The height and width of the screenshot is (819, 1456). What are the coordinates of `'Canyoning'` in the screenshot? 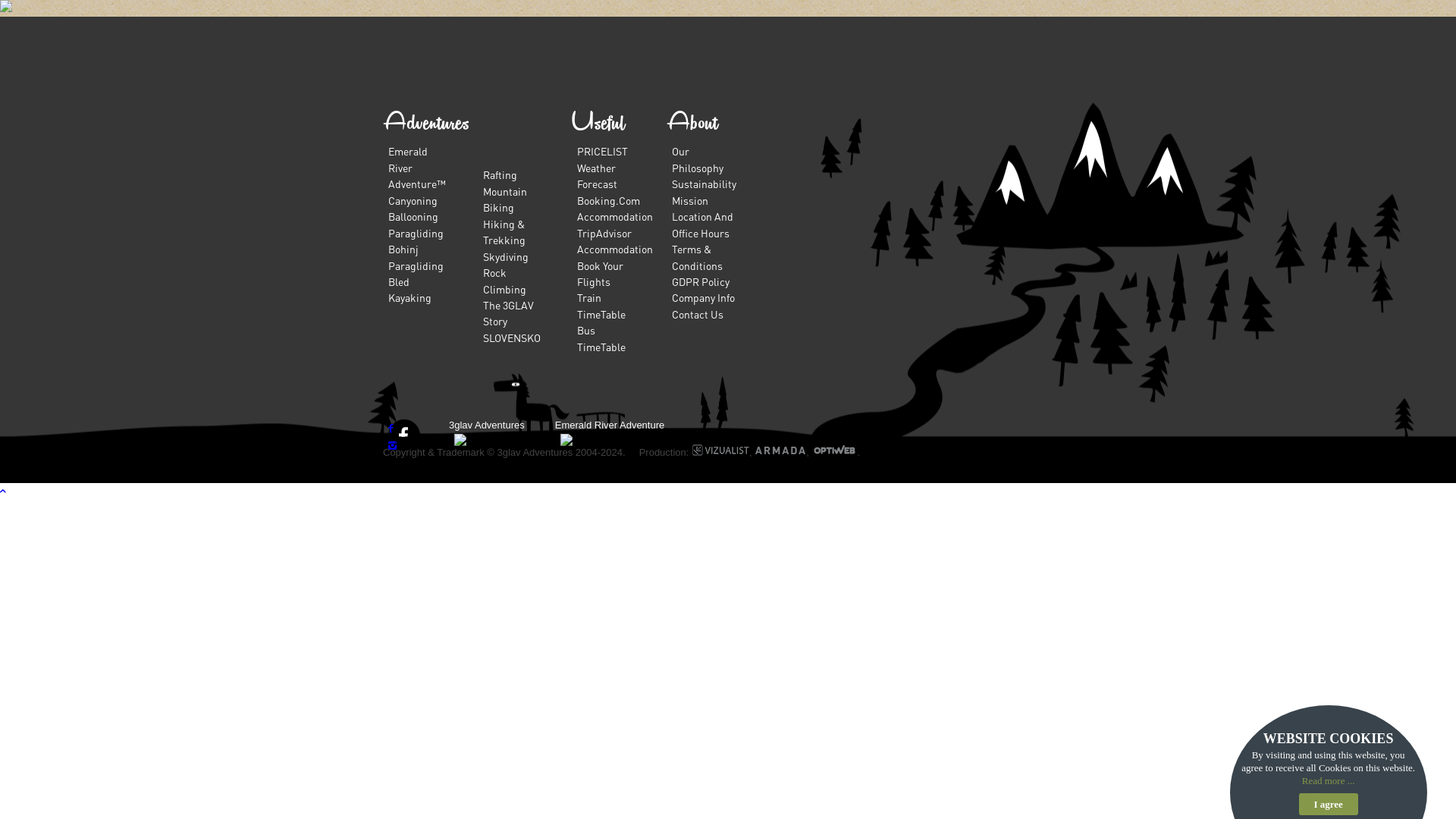 It's located at (413, 199).